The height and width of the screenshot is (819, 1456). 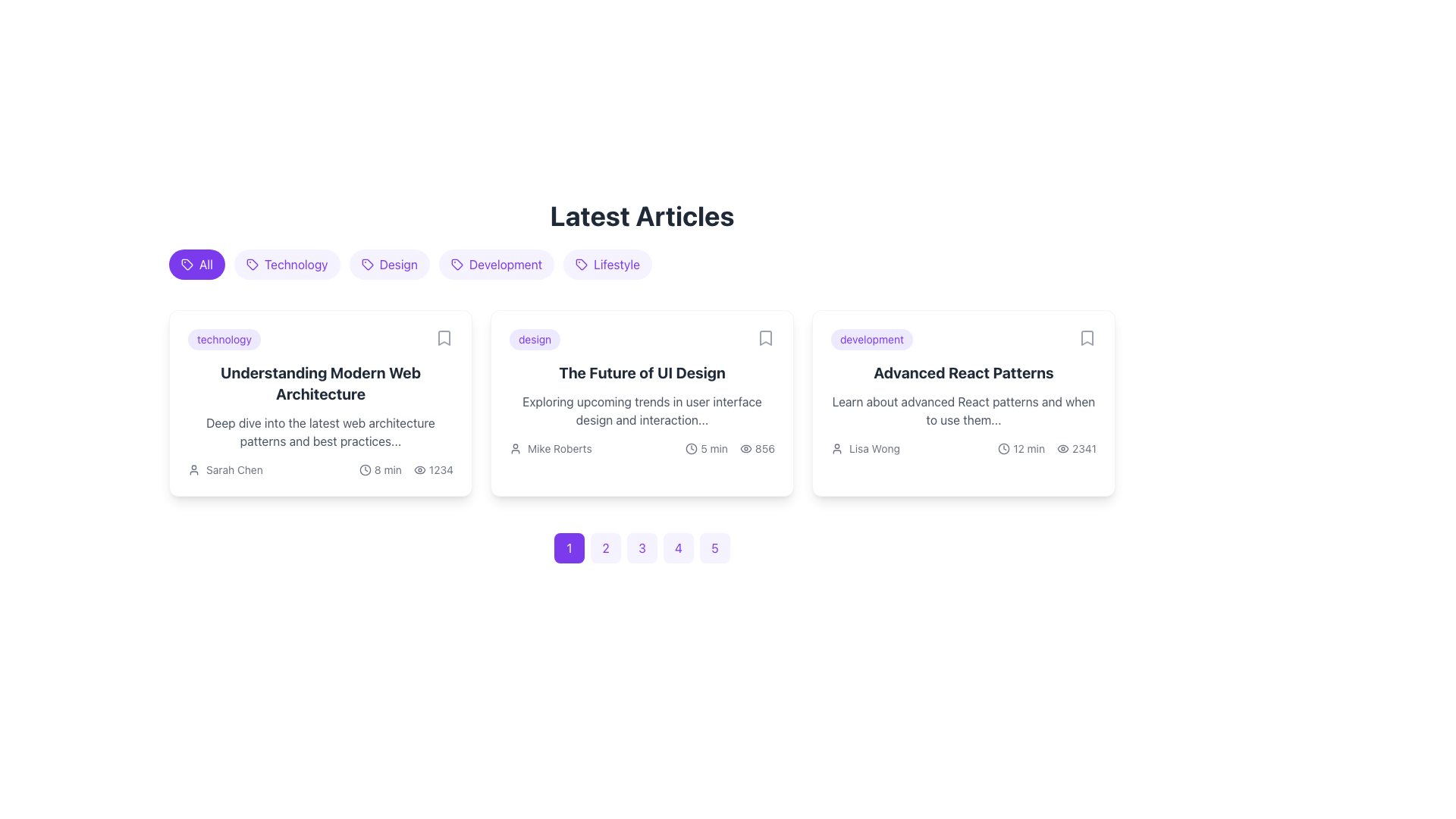 What do you see at coordinates (874, 447) in the screenshot?
I see `the text label displaying the author or contributor name for the article 'Advanced React Patterns' located in the third card under 'Latest Articles'` at bounding box center [874, 447].